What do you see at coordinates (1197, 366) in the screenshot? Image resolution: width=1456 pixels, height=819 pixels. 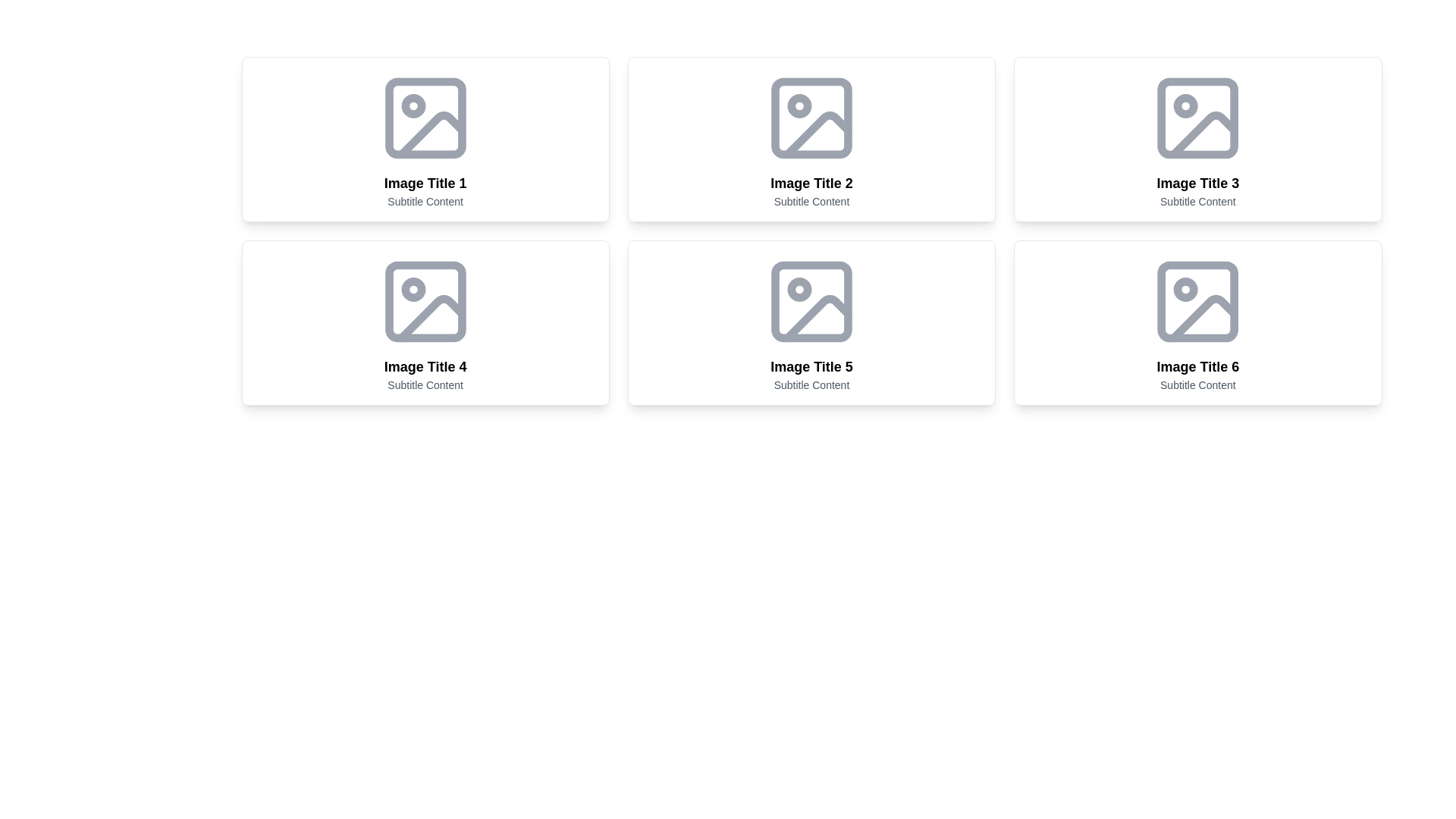 I see `the text label that serves as the title for the sixth card in a grid, positioned below the image placeholder and above the subtitle text` at bounding box center [1197, 366].